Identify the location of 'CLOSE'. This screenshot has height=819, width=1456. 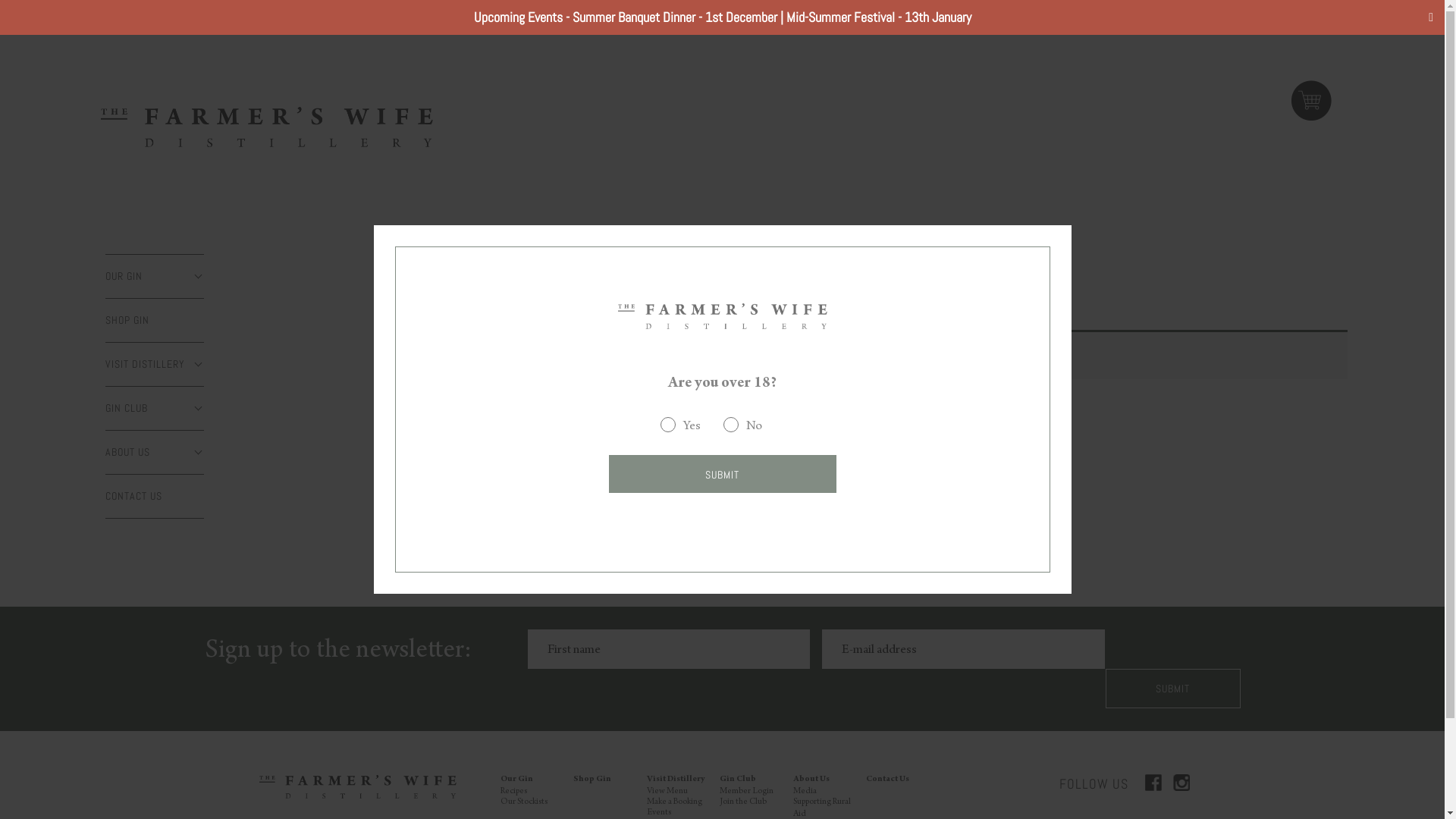
(192, 365).